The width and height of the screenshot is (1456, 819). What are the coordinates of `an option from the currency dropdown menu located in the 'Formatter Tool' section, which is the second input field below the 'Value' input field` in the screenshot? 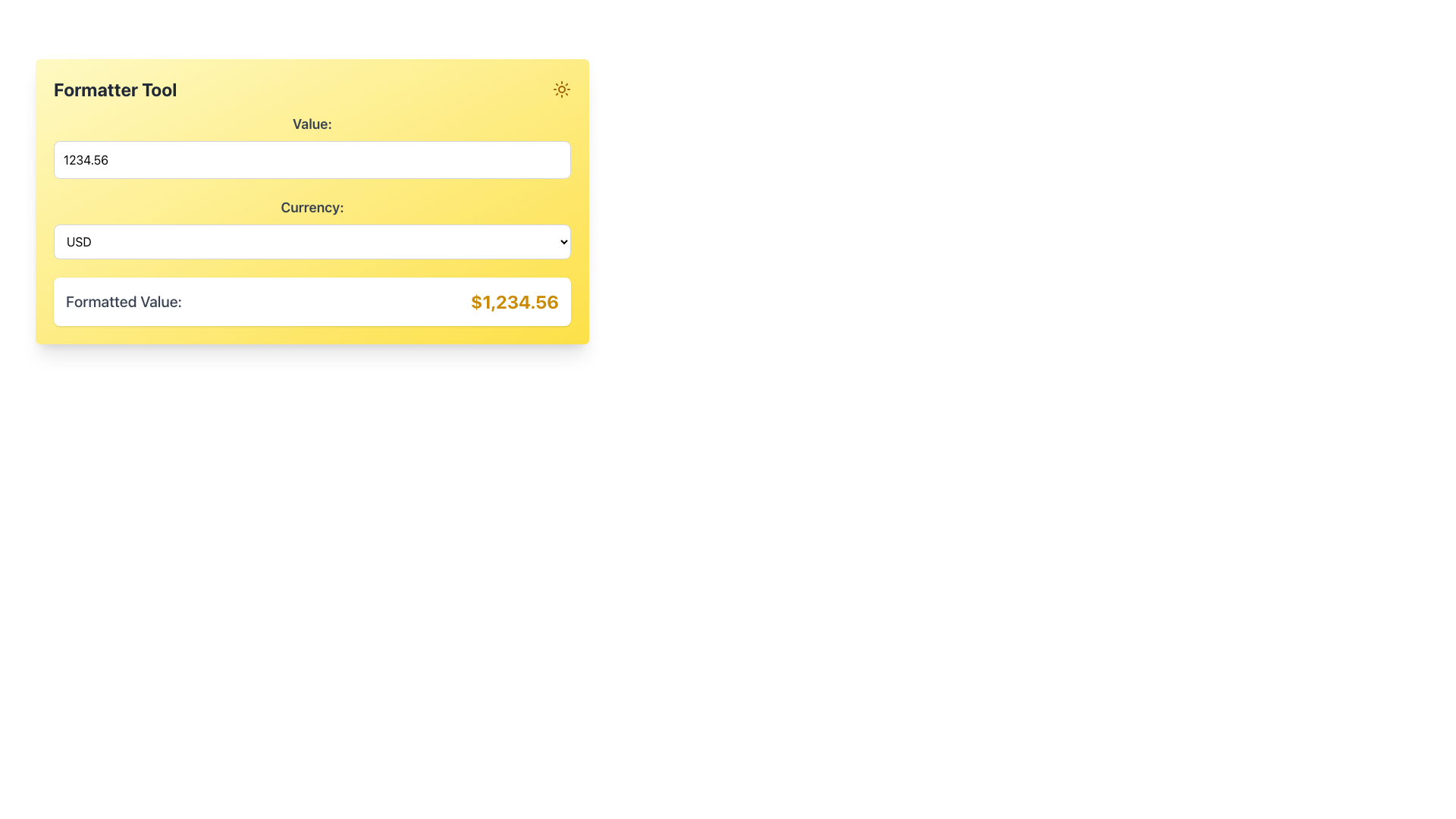 It's located at (312, 227).